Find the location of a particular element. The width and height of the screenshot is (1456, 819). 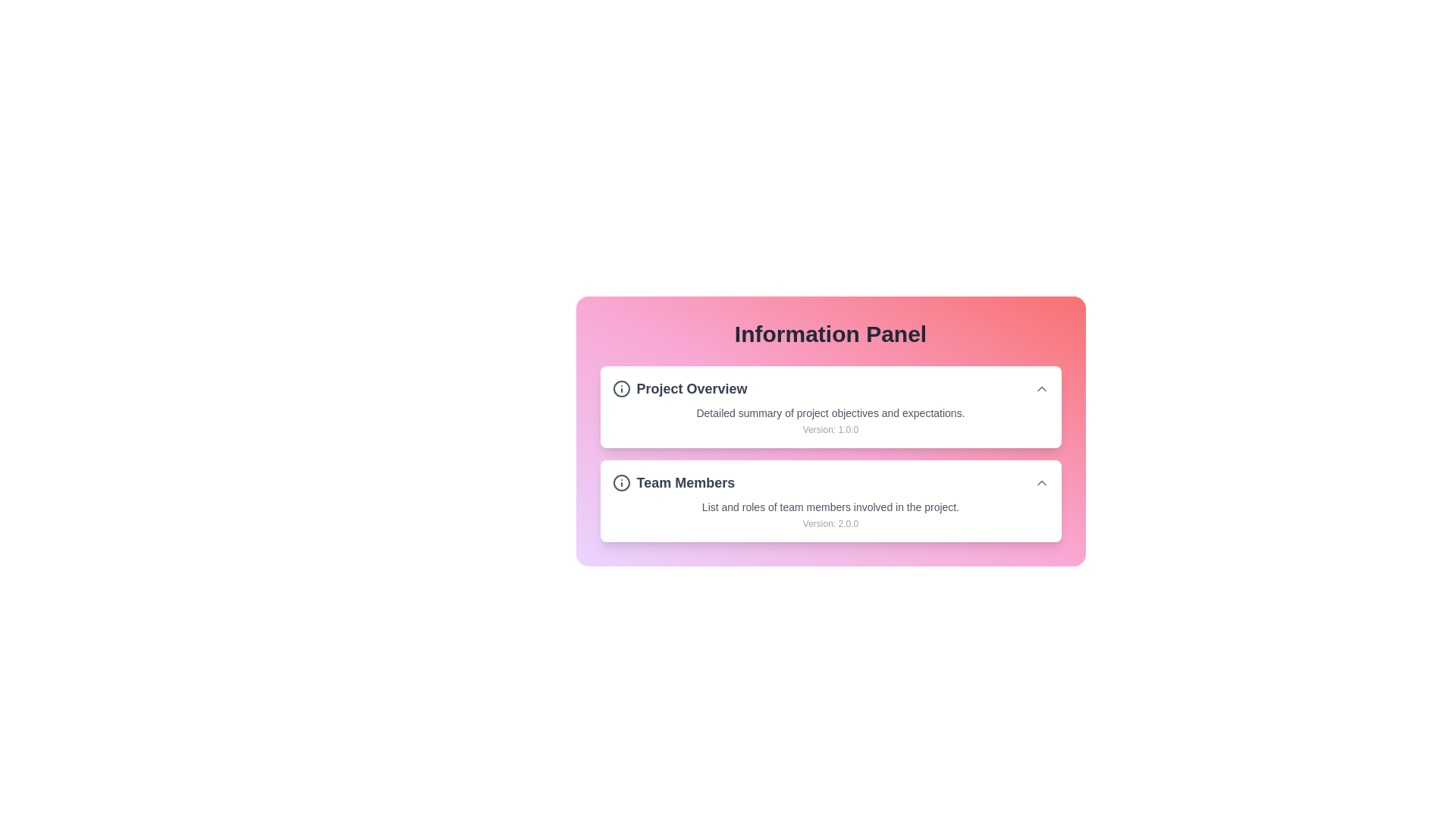

the small upward-pointing chevron icon button located at the far-right of the 'Team Members' section title bar is located at coordinates (1040, 482).